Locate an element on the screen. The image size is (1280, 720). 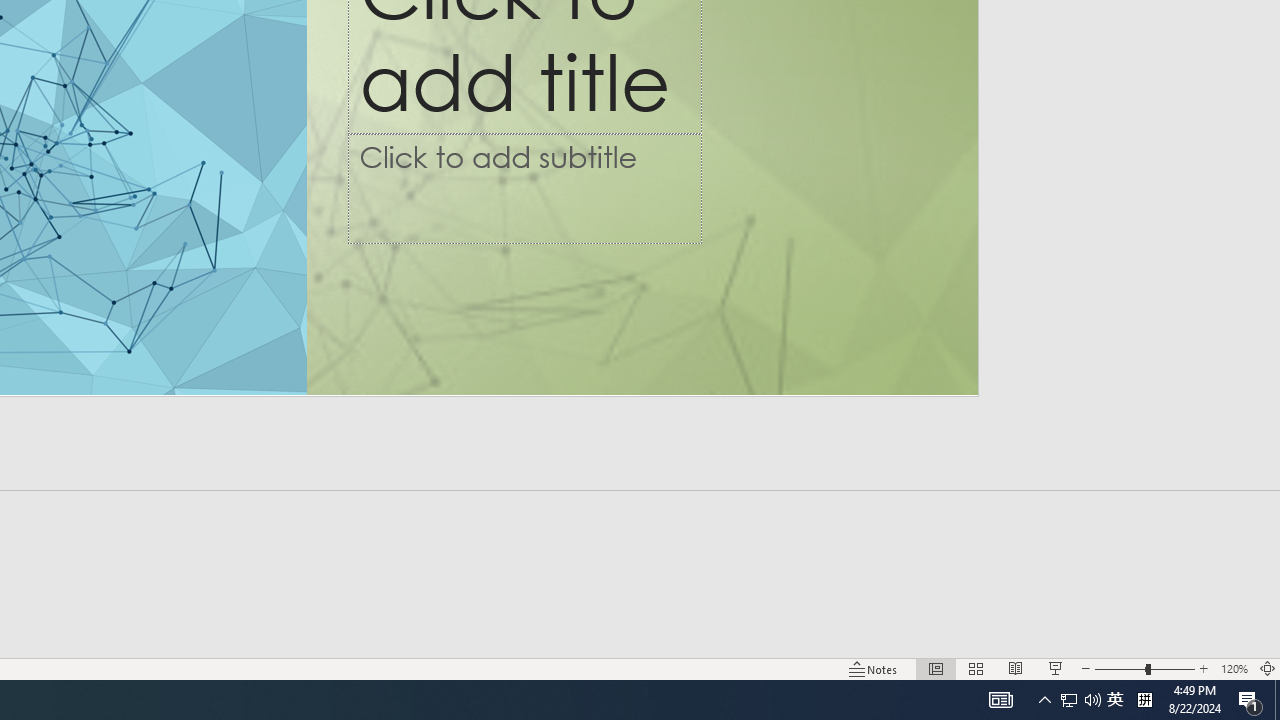
'Show desktop' is located at coordinates (1276, 698).